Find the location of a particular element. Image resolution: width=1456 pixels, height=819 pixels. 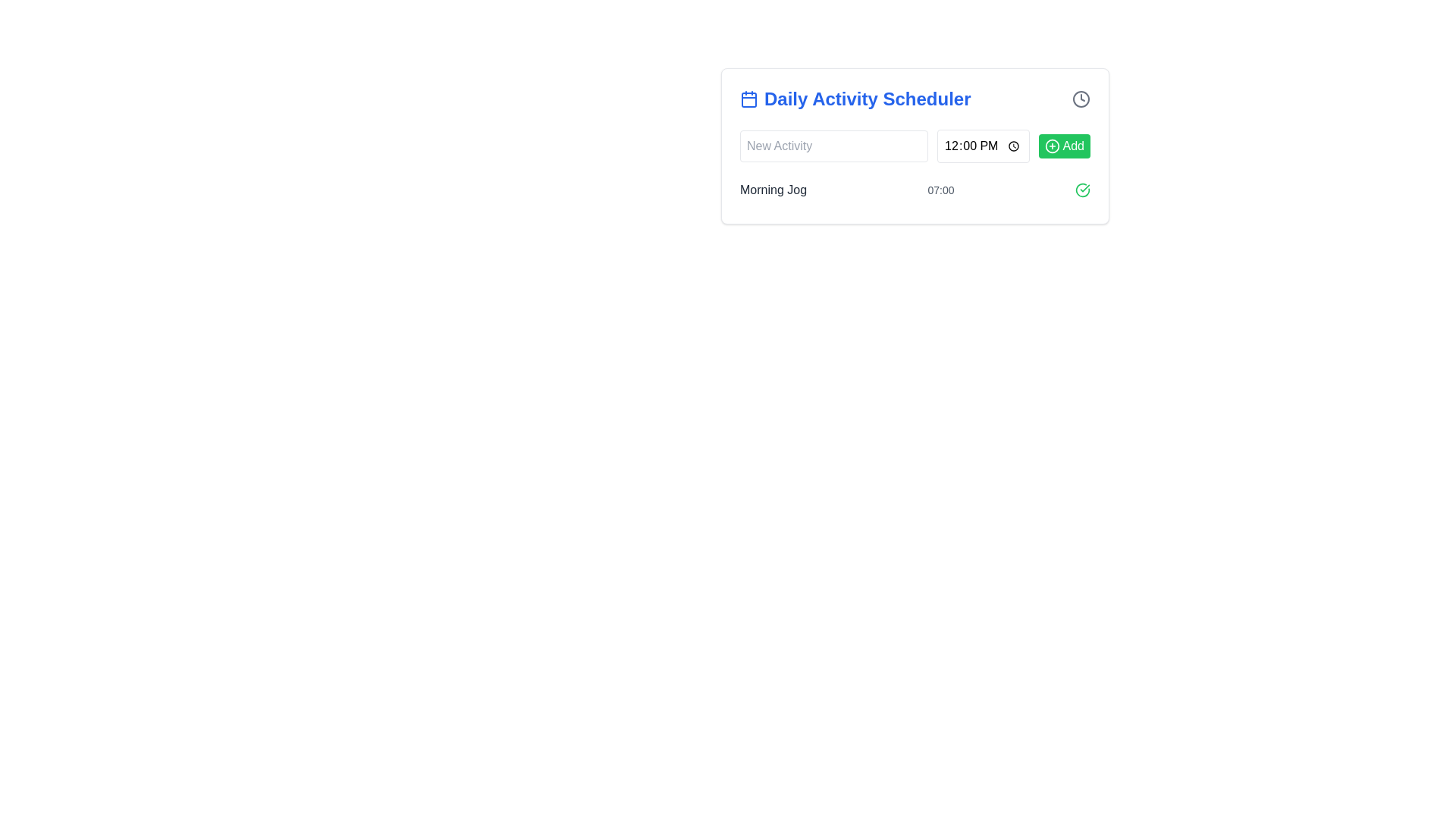

the status indicator icon that shows the completion of the 'Morning Jog' activity, located at the far-right edge of the row aligned with 'Morning Jog' and '07:00' is located at coordinates (1082, 189).